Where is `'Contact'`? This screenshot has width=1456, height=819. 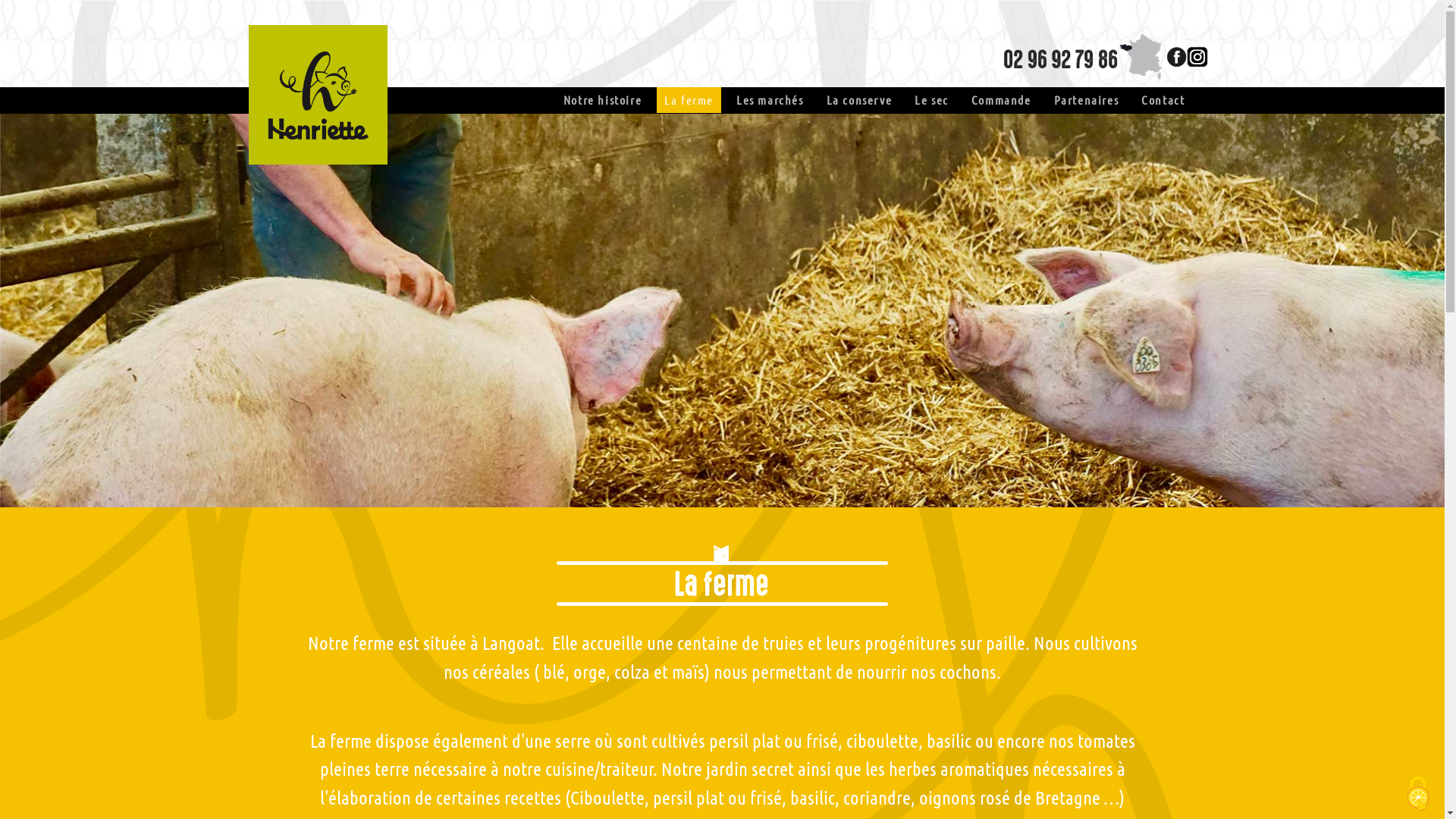 'Contact' is located at coordinates (1162, 99).